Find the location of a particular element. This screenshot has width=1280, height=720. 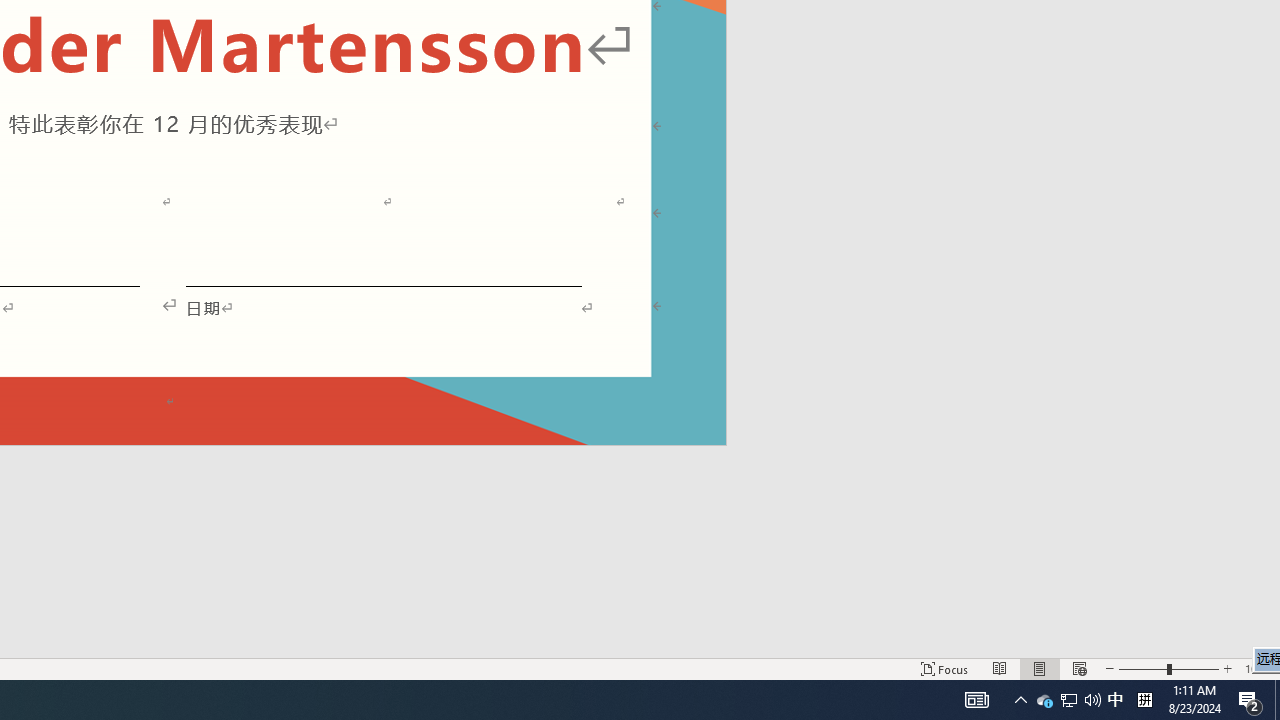

'Focus ' is located at coordinates (943, 669).